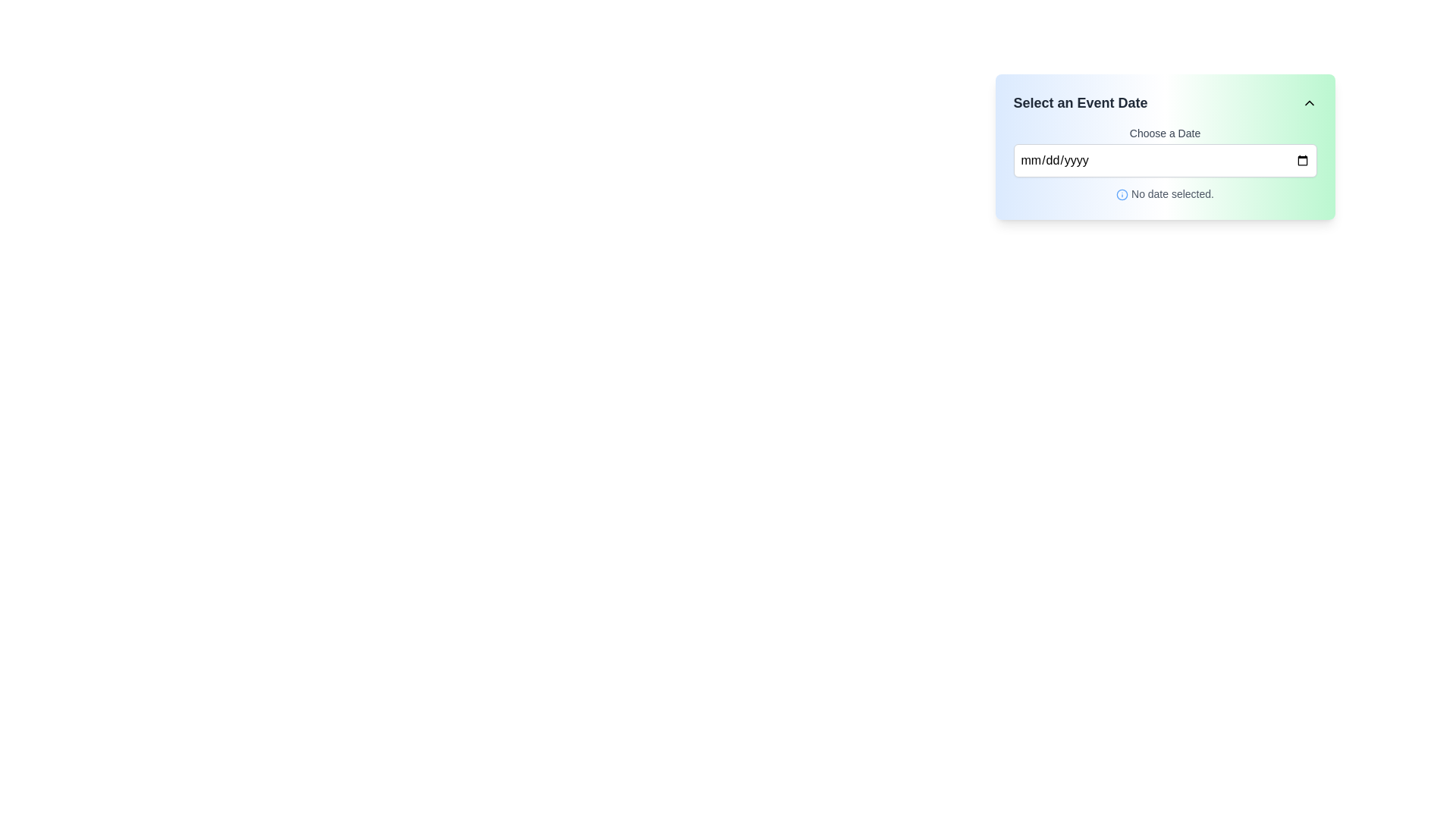 This screenshot has height=819, width=1456. Describe the element at coordinates (1080, 102) in the screenshot. I see `the Text Label that serves as a descriptive header for the section guiding users to select an event date` at that location.